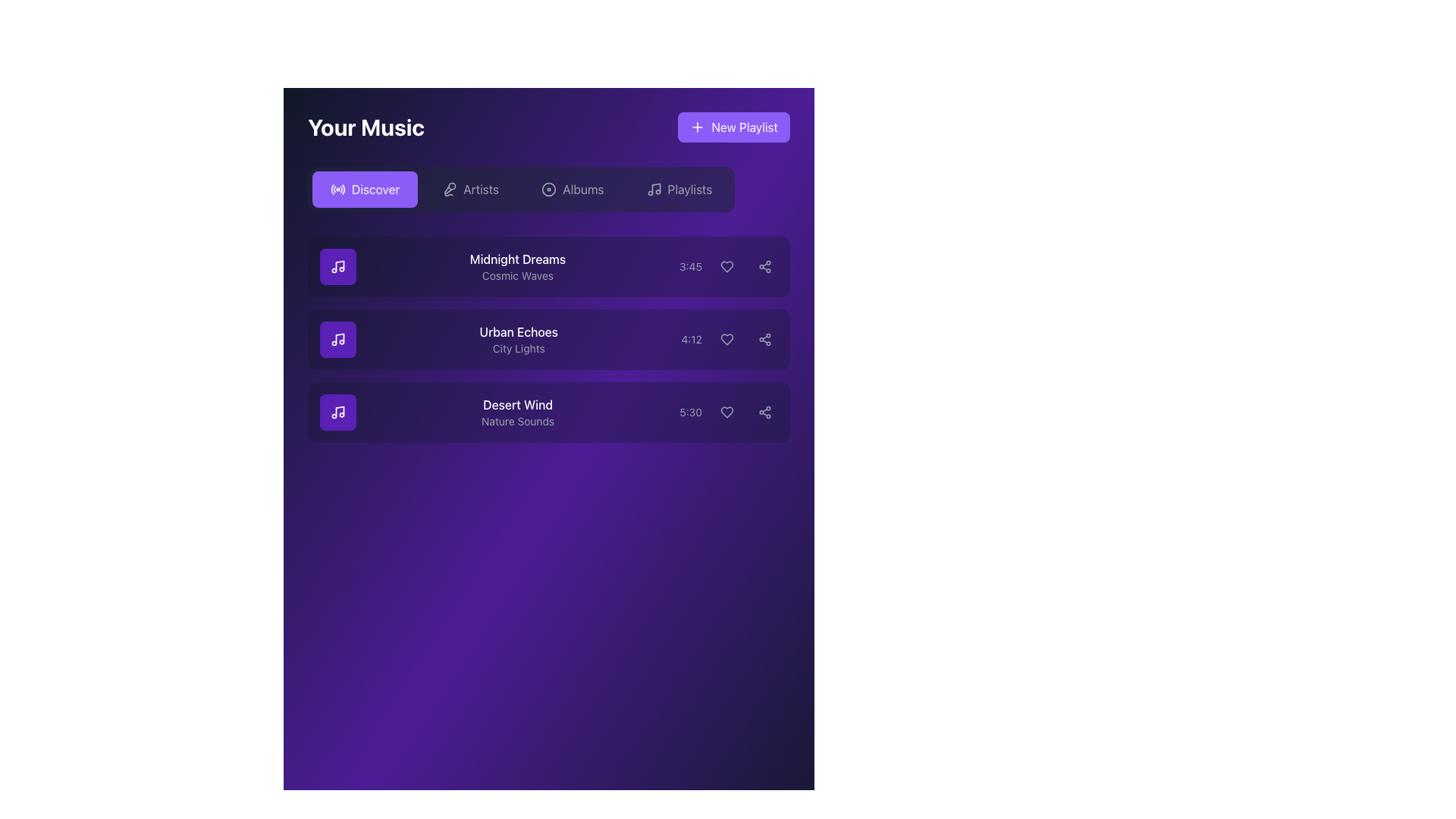  Describe the element at coordinates (548, 338) in the screenshot. I see `the 'Urban Echoes' song entry` at that location.